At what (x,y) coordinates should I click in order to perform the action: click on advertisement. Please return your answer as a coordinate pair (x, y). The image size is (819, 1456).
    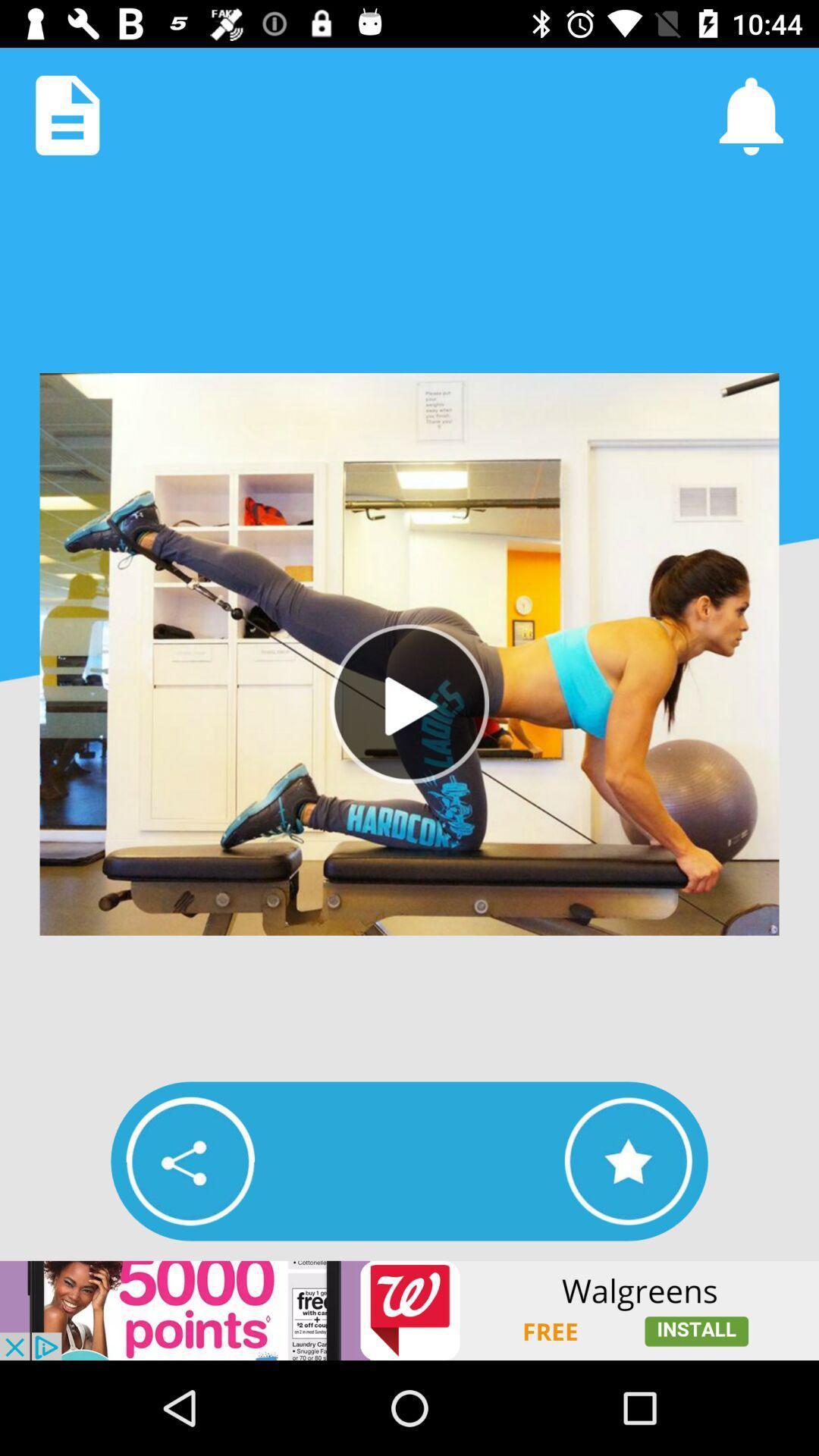
    Looking at the image, I should click on (409, 1310).